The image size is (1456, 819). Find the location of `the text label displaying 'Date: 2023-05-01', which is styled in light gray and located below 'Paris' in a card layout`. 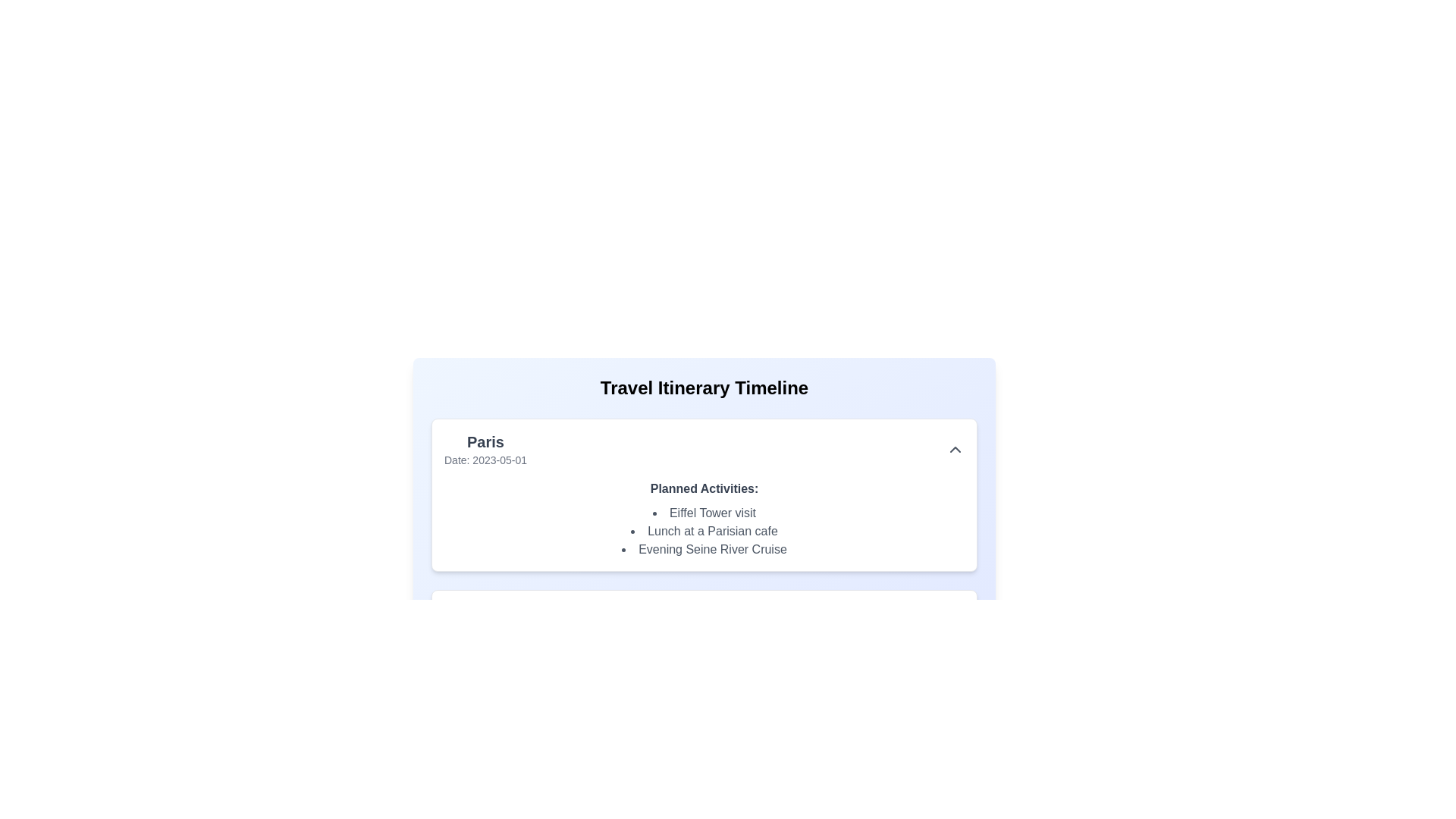

the text label displaying 'Date: 2023-05-01', which is styled in light gray and located below 'Paris' in a card layout is located at coordinates (485, 459).